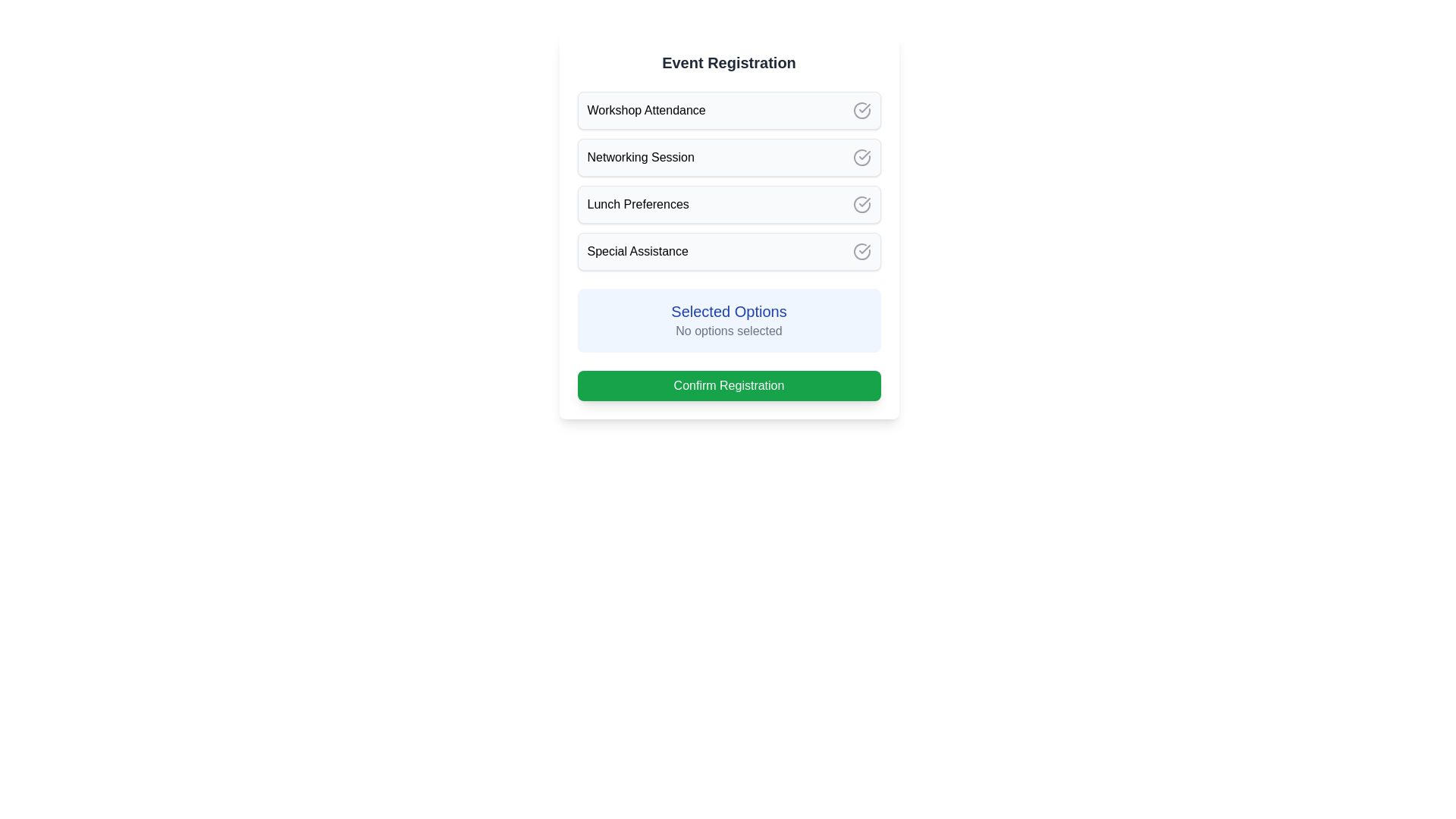  What do you see at coordinates (729, 180) in the screenshot?
I see `the list menu component for event registration` at bounding box center [729, 180].